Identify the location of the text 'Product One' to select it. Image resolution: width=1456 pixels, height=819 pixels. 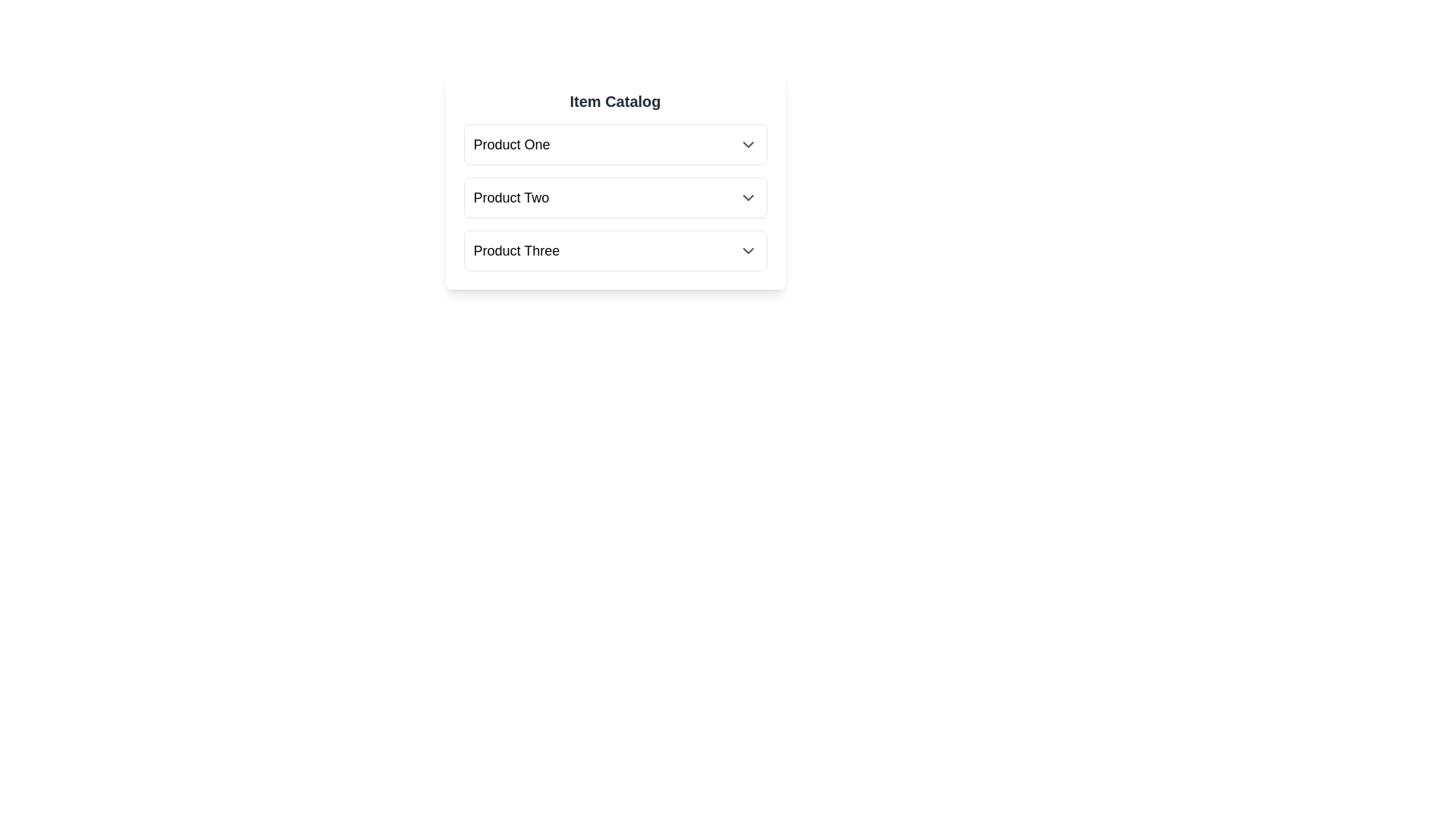
(512, 145).